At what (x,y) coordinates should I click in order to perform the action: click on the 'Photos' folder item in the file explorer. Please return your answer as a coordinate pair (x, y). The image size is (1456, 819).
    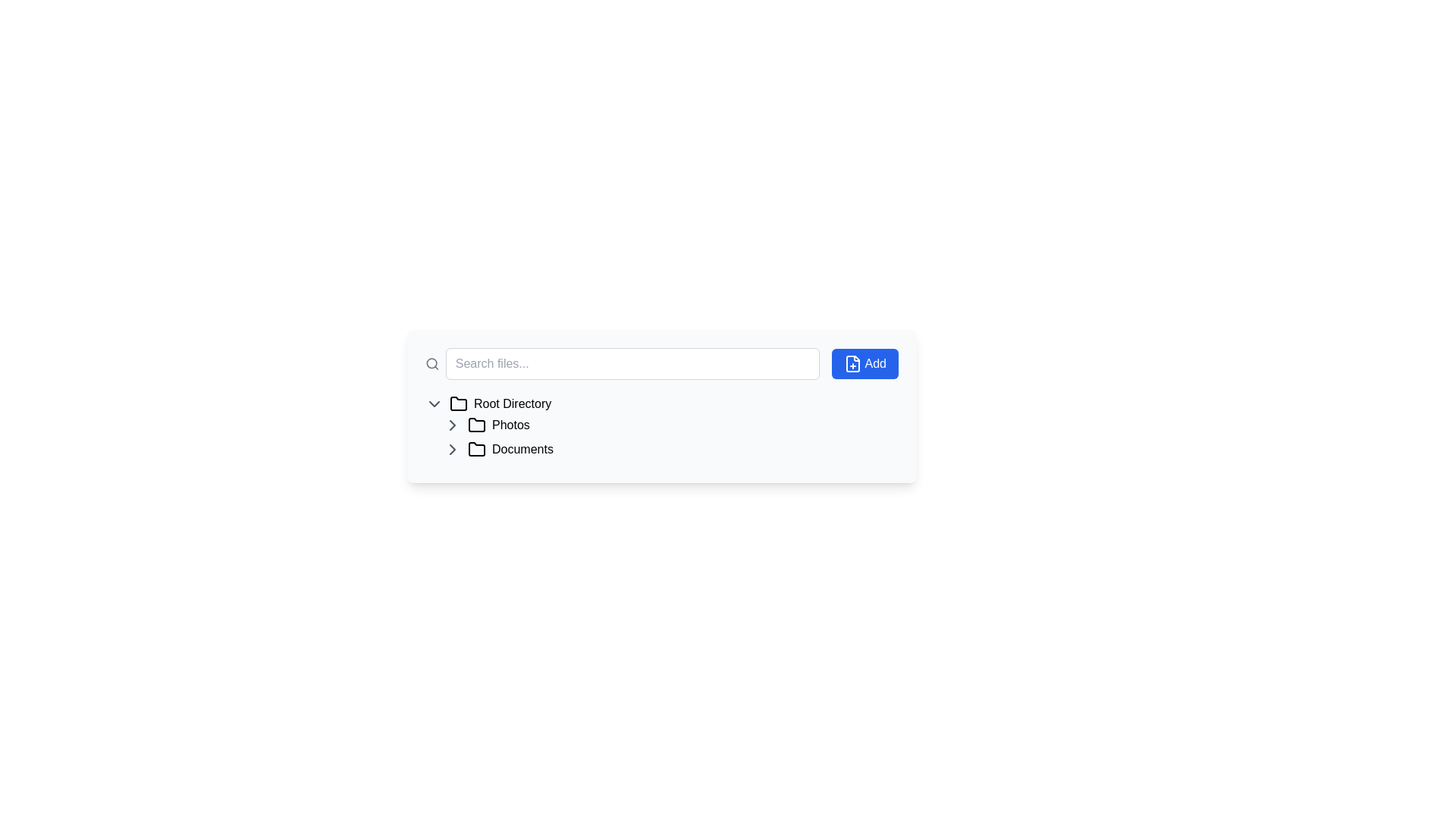
    Looking at the image, I should click on (670, 425).